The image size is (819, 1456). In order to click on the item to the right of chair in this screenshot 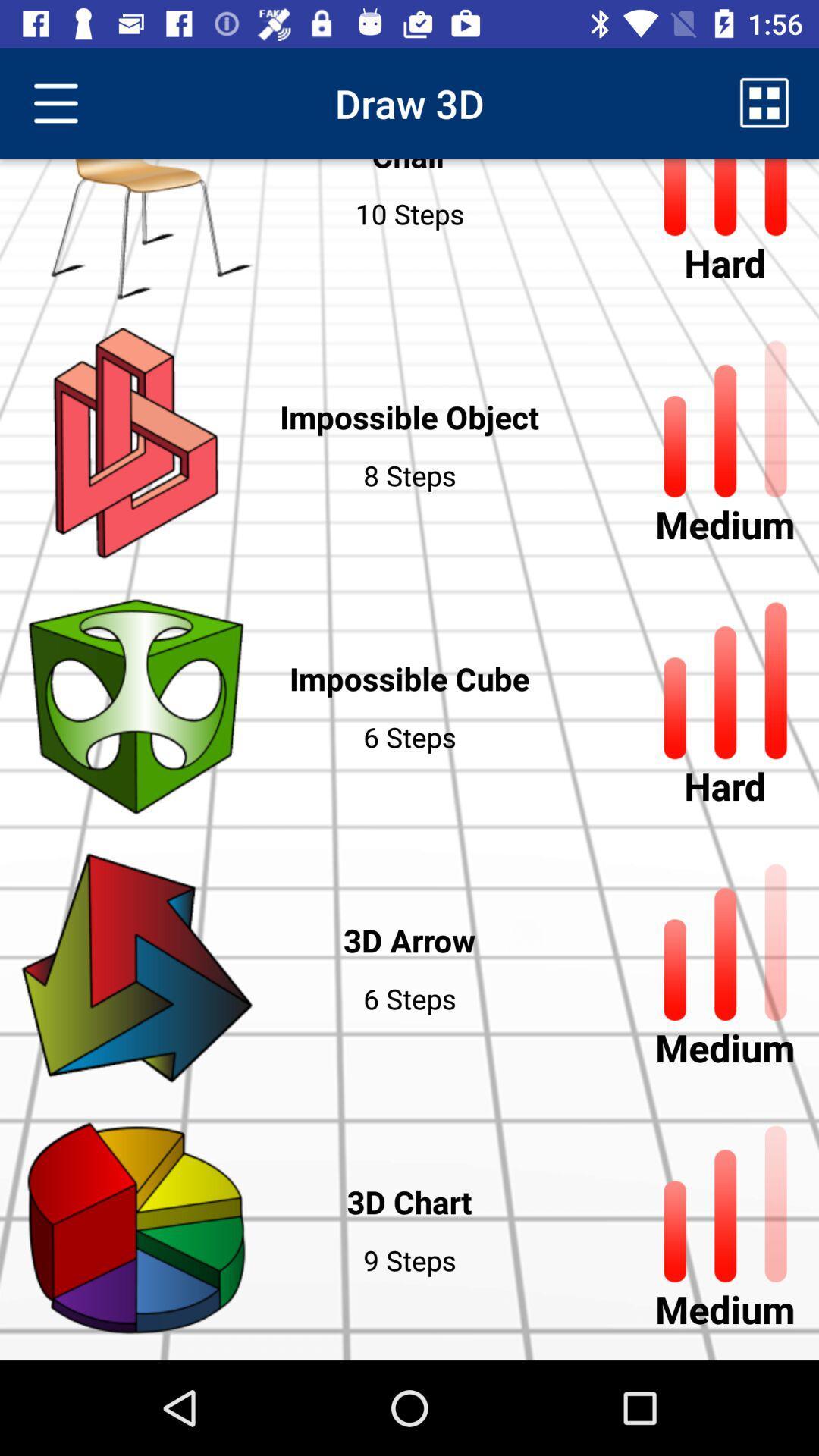, I will do `click(764, 102)`.